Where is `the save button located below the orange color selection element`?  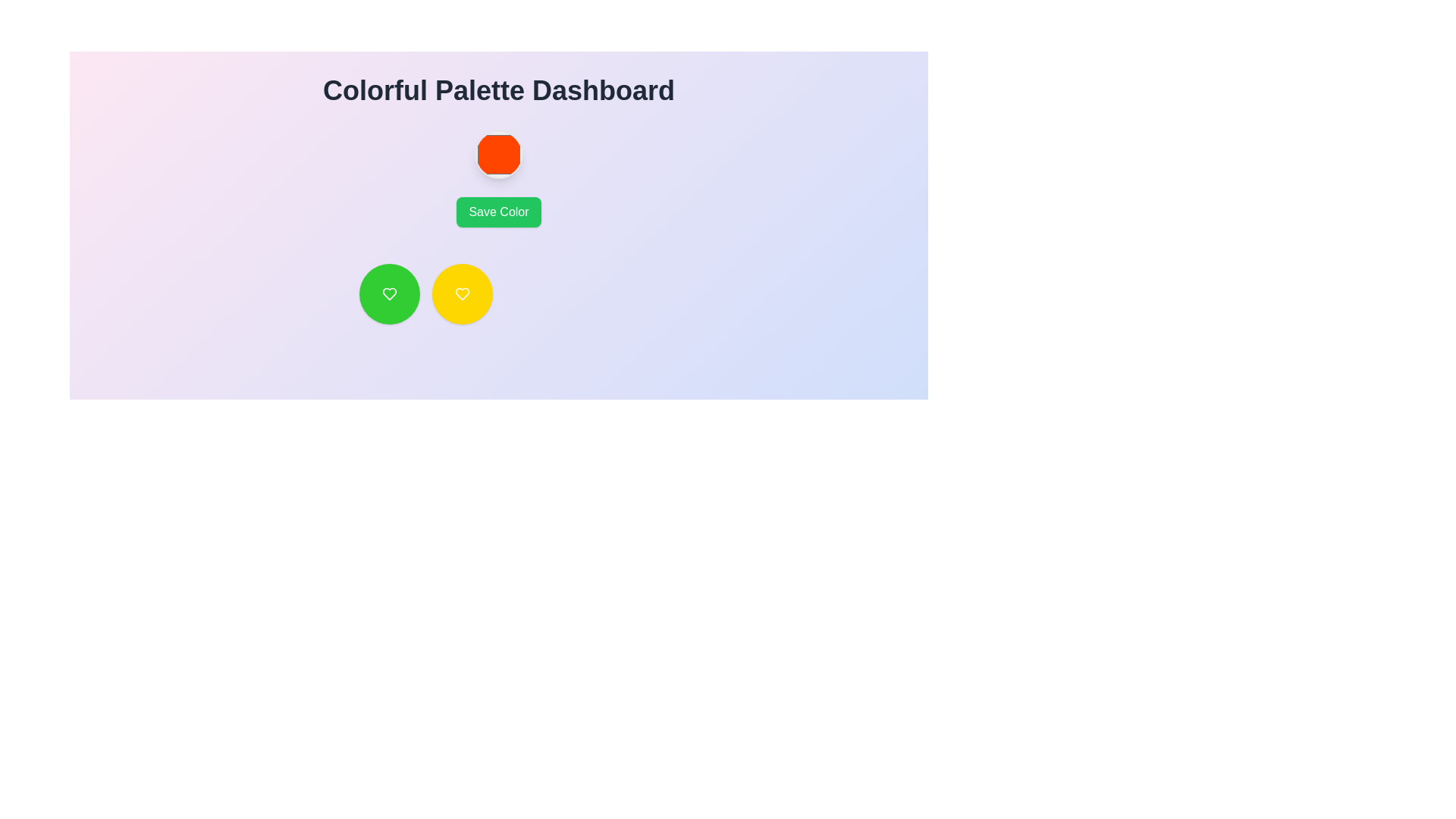 the save button located below the orange color selection element is located at coordinates (498, 212).